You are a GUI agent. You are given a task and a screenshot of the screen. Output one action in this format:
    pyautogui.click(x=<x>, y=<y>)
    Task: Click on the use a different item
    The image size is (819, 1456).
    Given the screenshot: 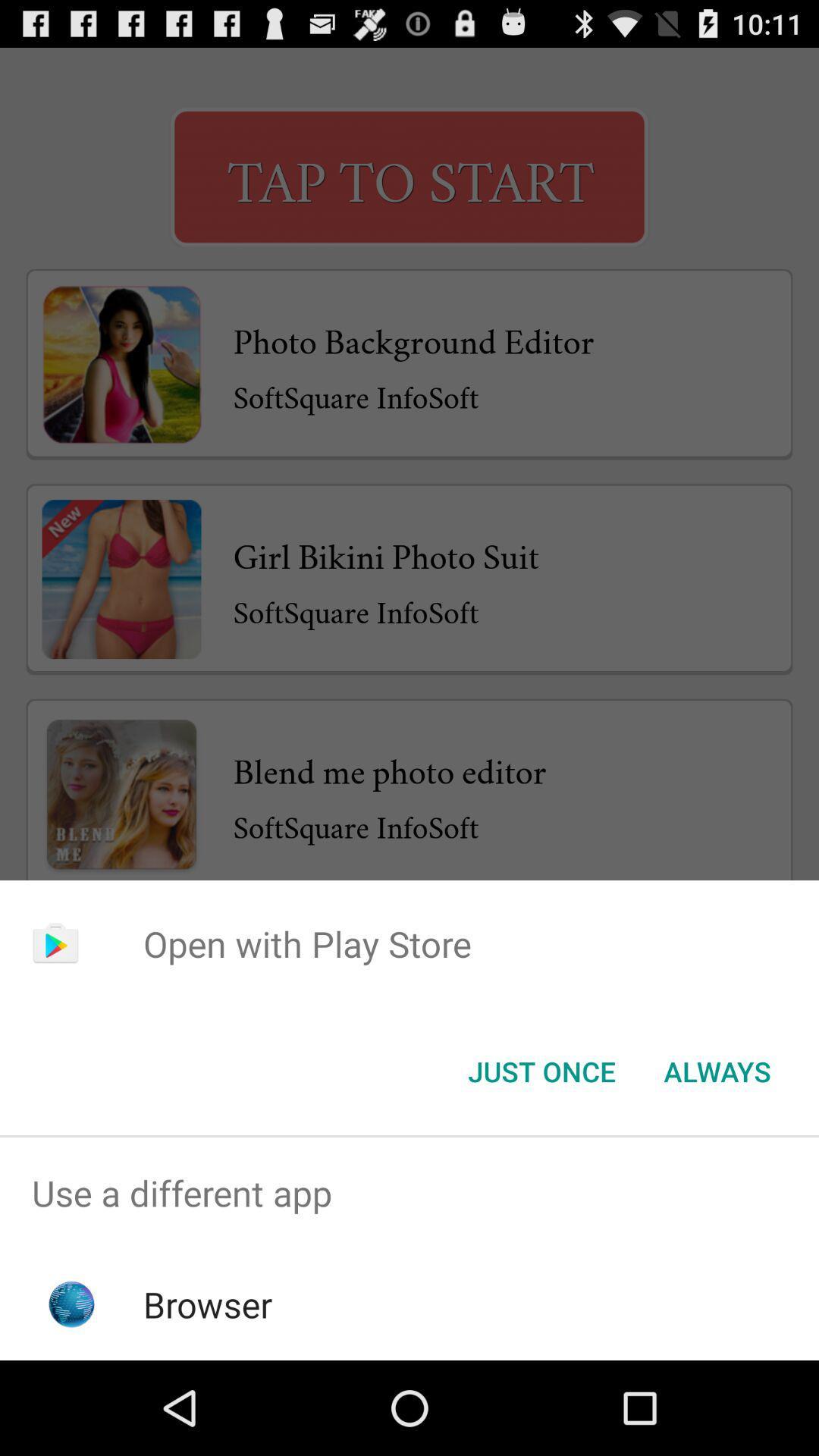 What is the action you would take?
    pyautogui.click(x=409, y=1192)
    